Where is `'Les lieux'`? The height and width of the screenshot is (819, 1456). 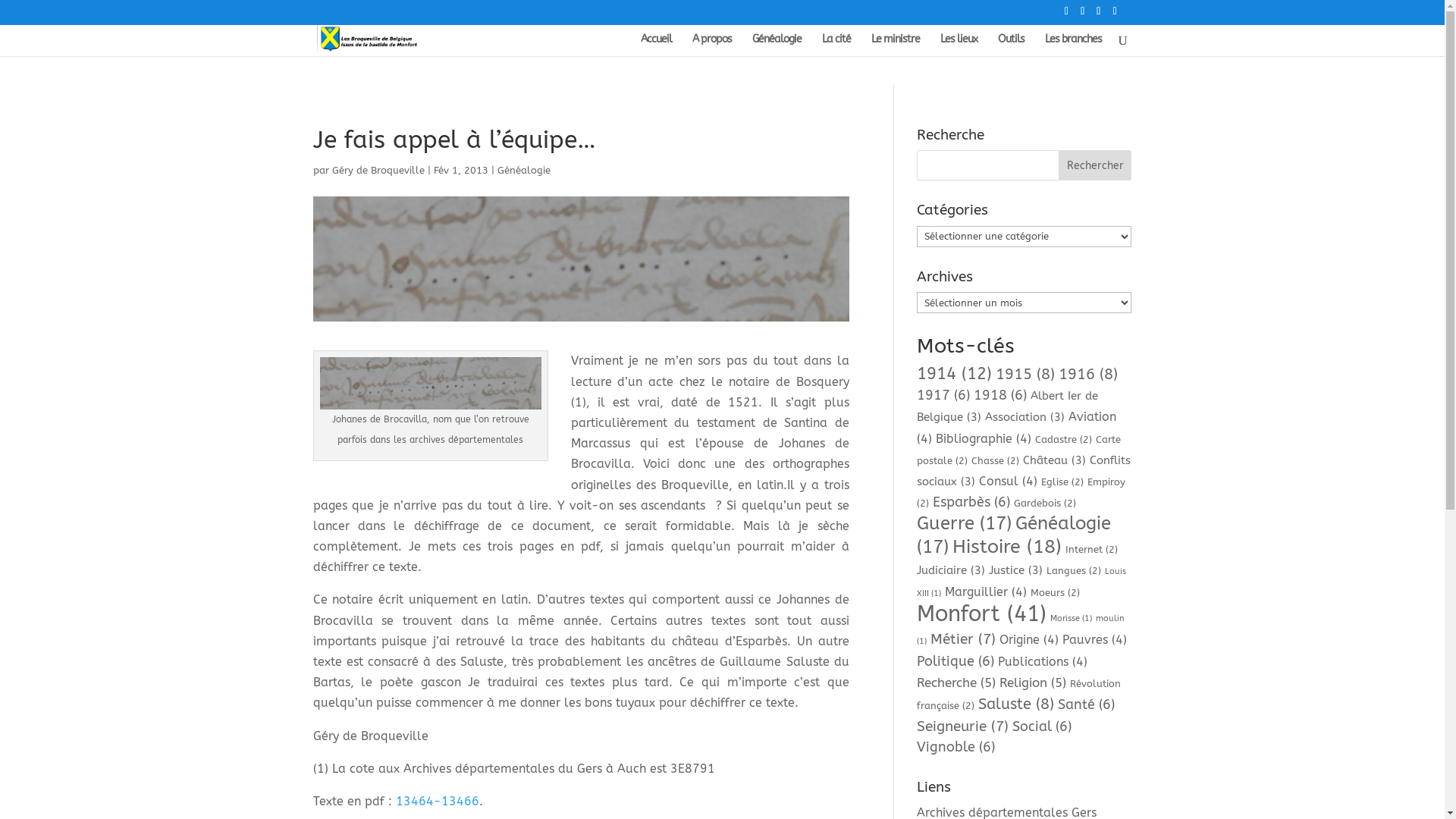 'Les lieux' is located at coordinates (958, 44).